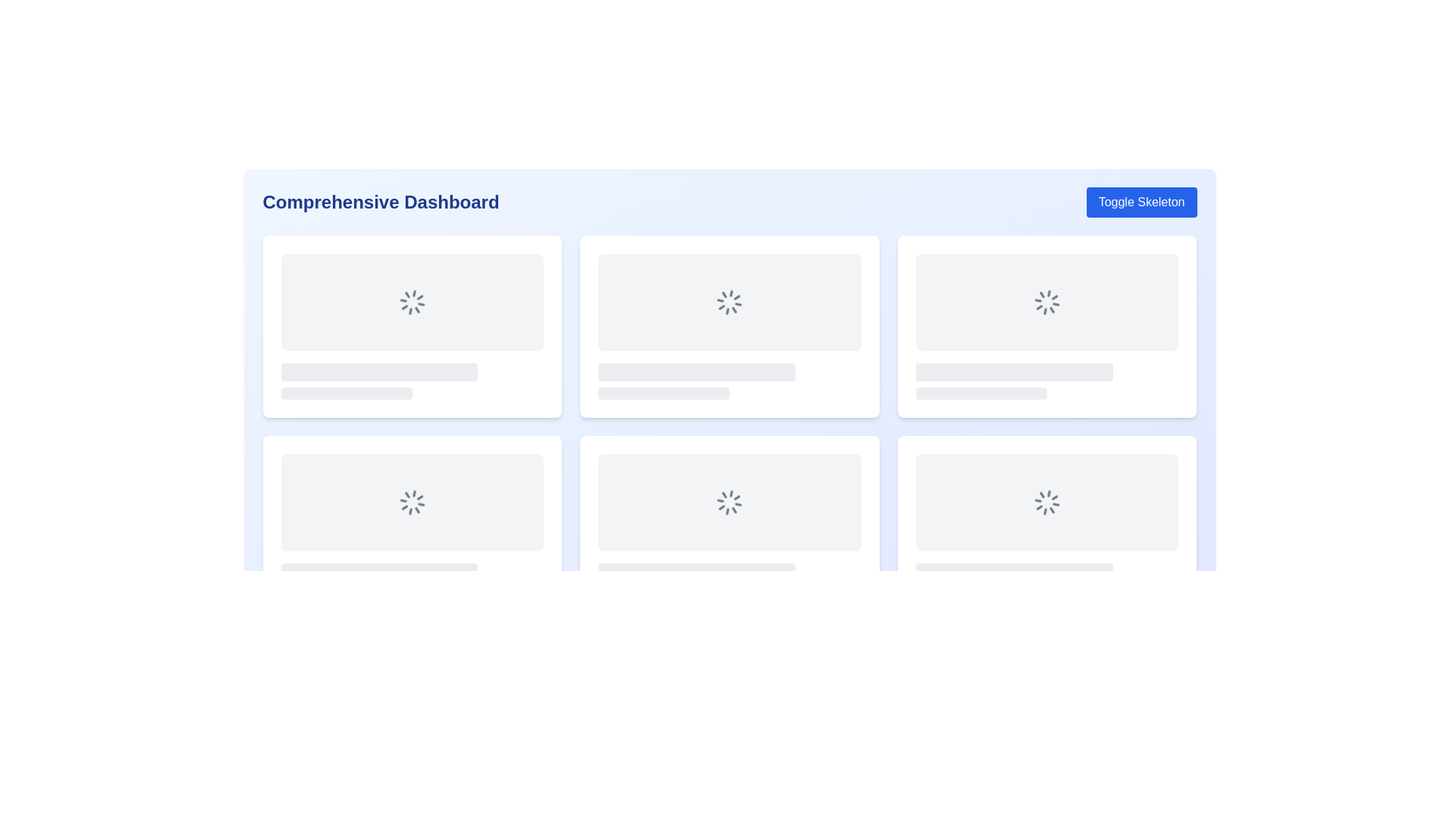 The height and width of the screenshot is (819, 1456). Describe the element at coordinates (1014, 372) in the screenshot. I see `the skeleton loader element, which is a rectangular bar with a rounded appearance and a light gray background, located in the top row of the third card from the left in the top-right section of the interface` at that location.